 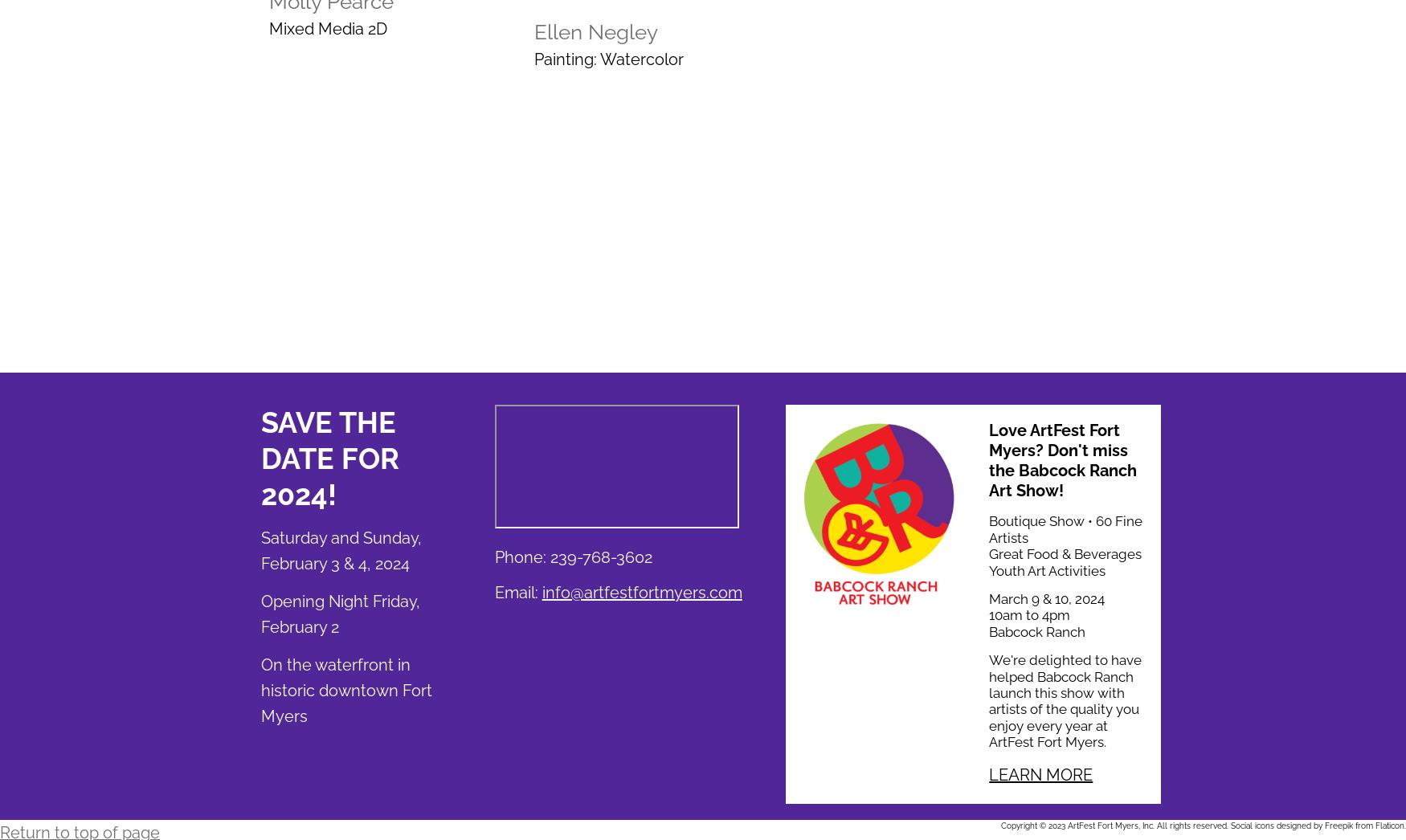 I want to click on 'Great Food & Beverages', so click(x=1065, y=554).